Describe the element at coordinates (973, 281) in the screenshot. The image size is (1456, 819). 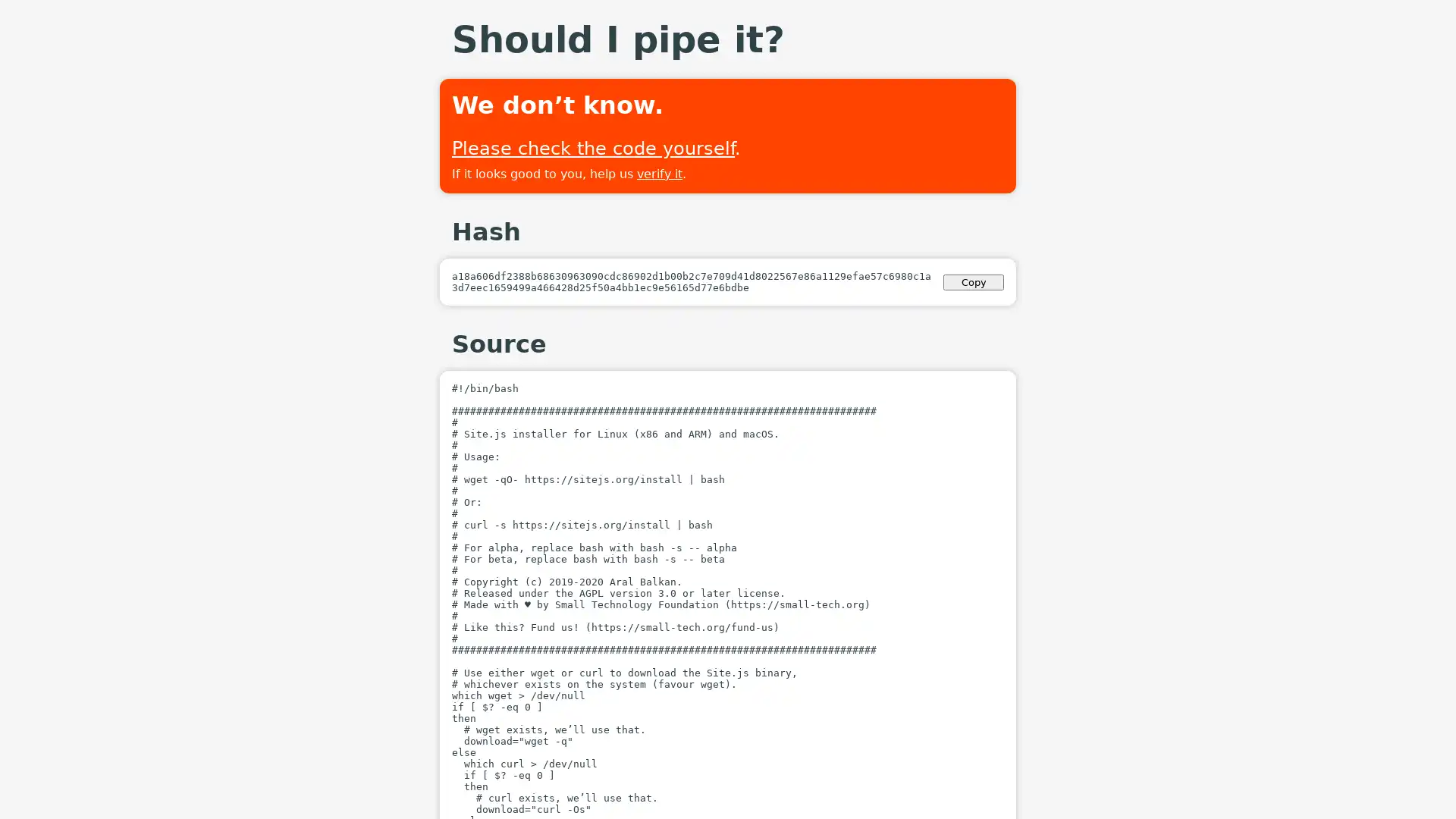
I see `Copy` at that location.